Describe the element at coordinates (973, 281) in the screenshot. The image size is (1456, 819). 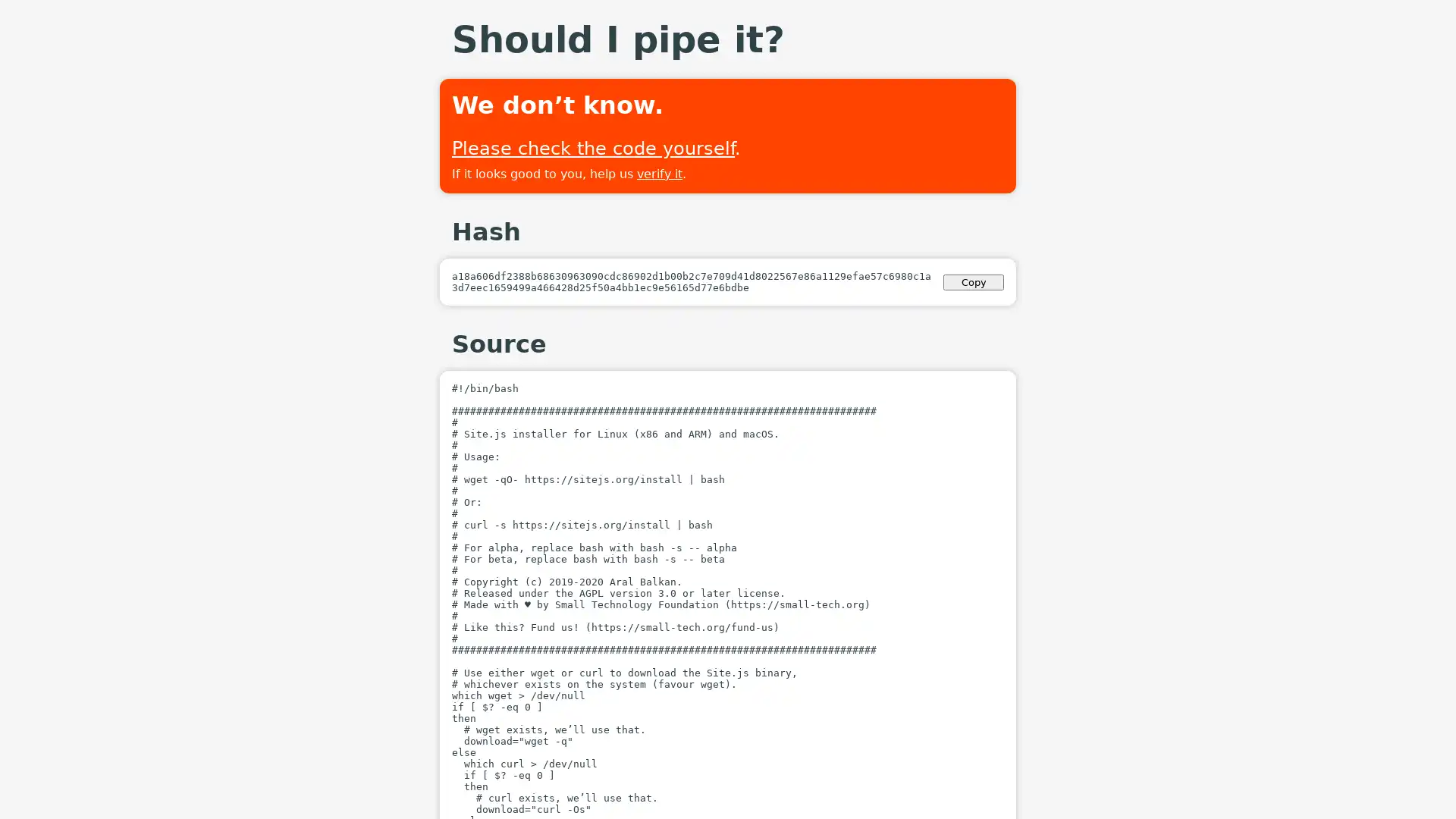
I see `Copy` at that location.